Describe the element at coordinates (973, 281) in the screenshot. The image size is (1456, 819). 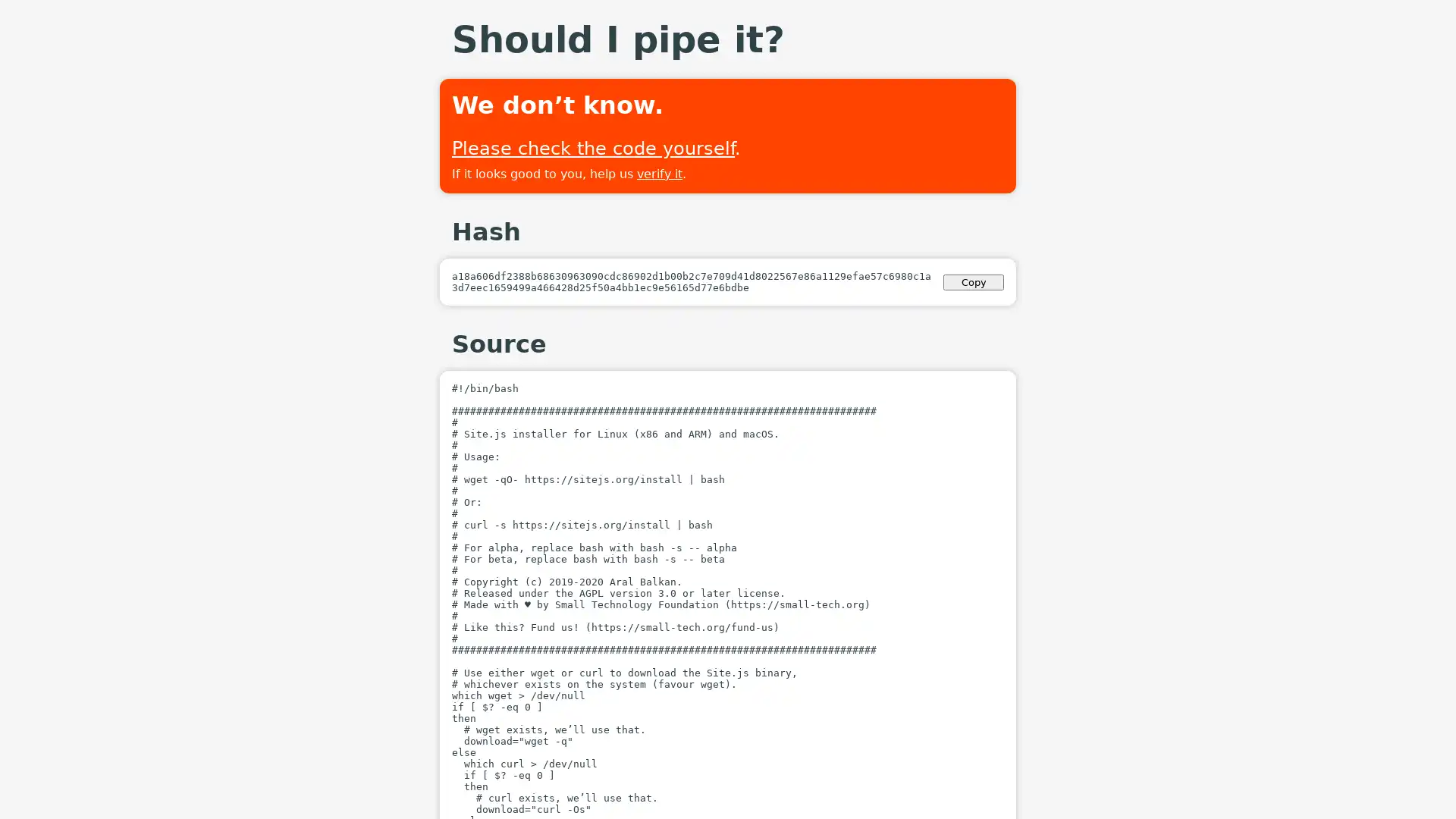
I see `Copy` at that location.